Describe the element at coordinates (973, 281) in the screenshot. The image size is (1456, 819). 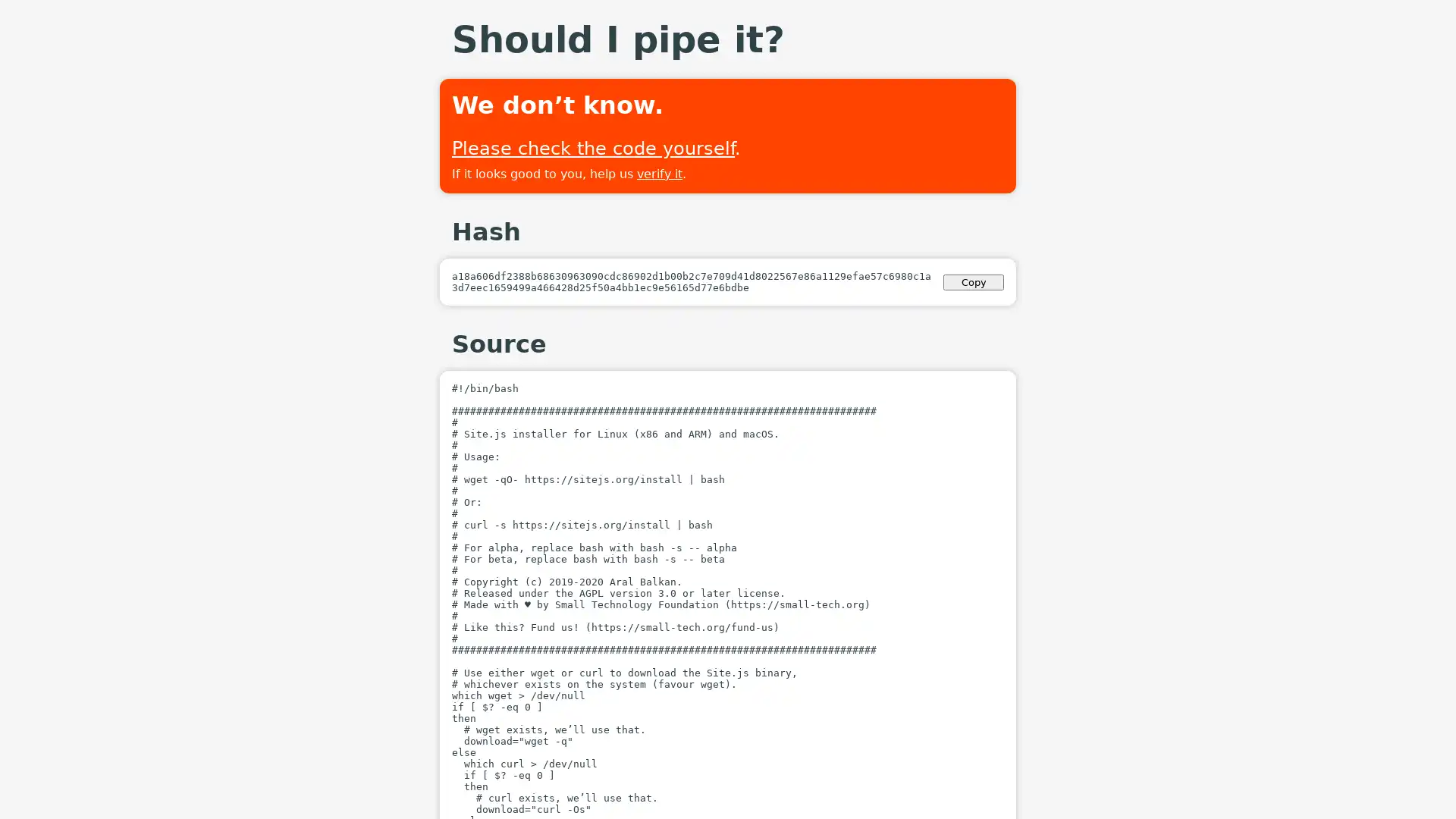
I see `Copy` at that location.